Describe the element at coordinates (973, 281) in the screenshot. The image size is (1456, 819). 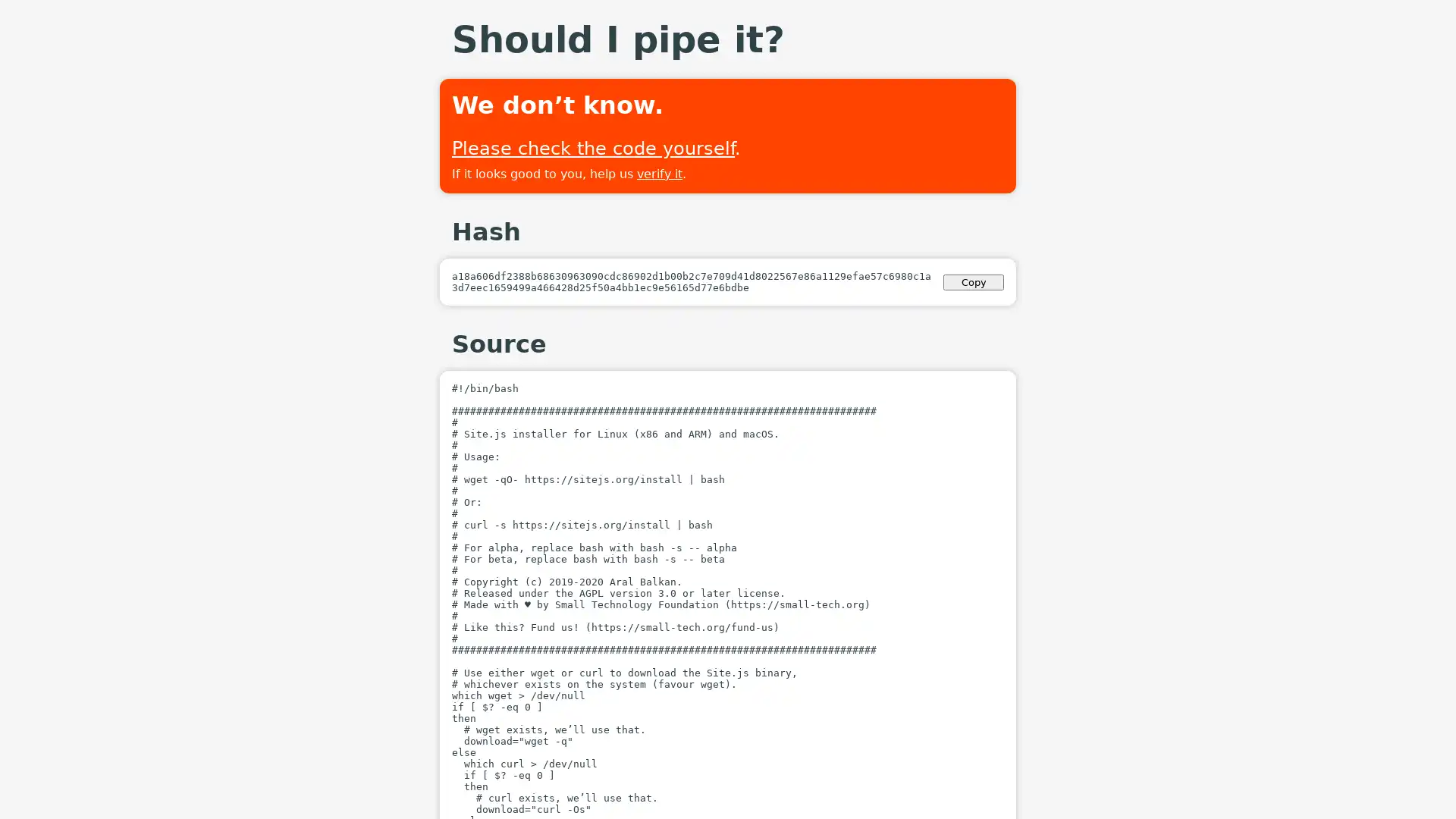
I see `Copy` at that location.